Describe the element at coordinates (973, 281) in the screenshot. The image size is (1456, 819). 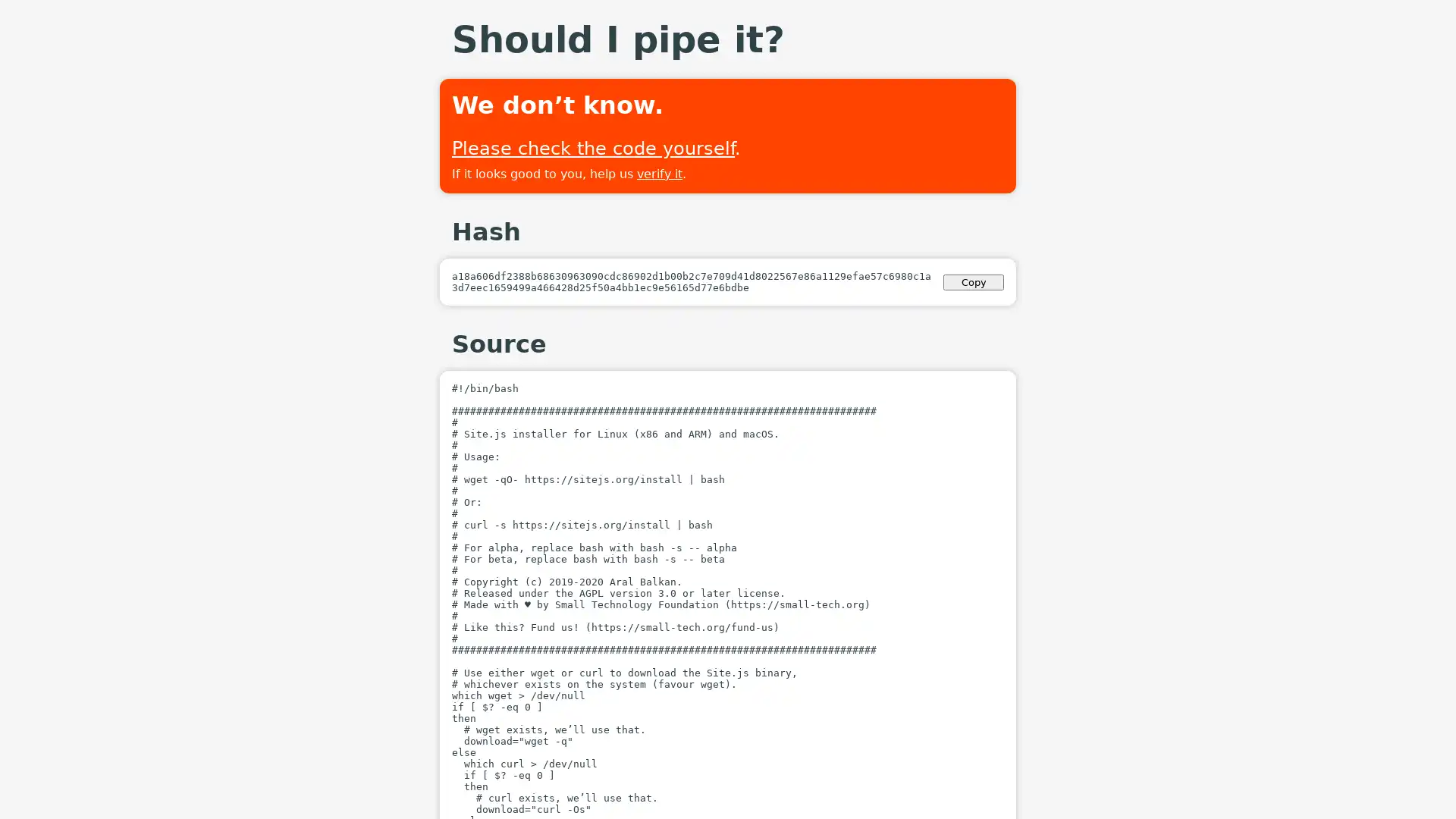
I see `Copy` at that location.